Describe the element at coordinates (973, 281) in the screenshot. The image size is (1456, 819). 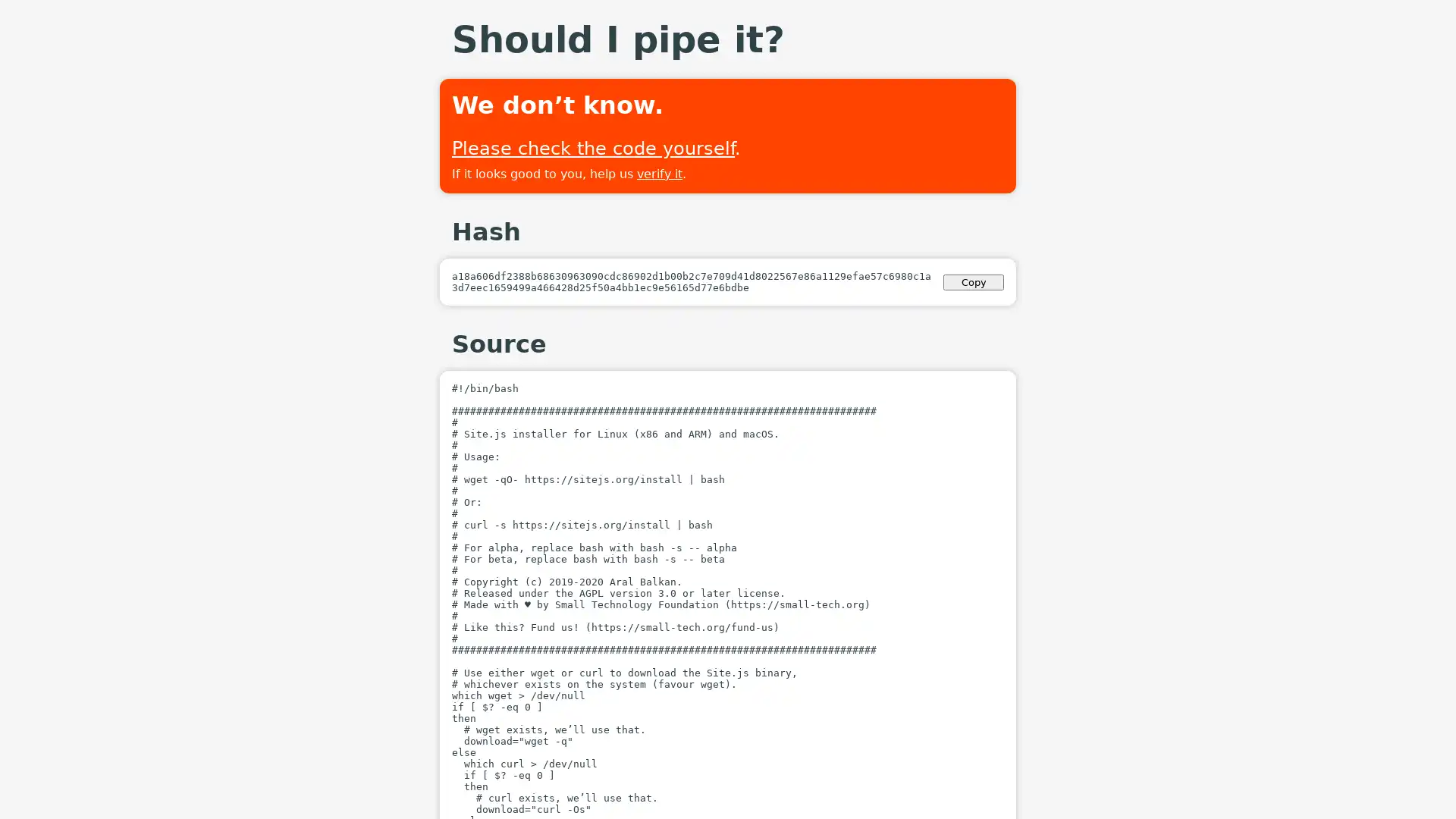
I see `Copy` at that location.